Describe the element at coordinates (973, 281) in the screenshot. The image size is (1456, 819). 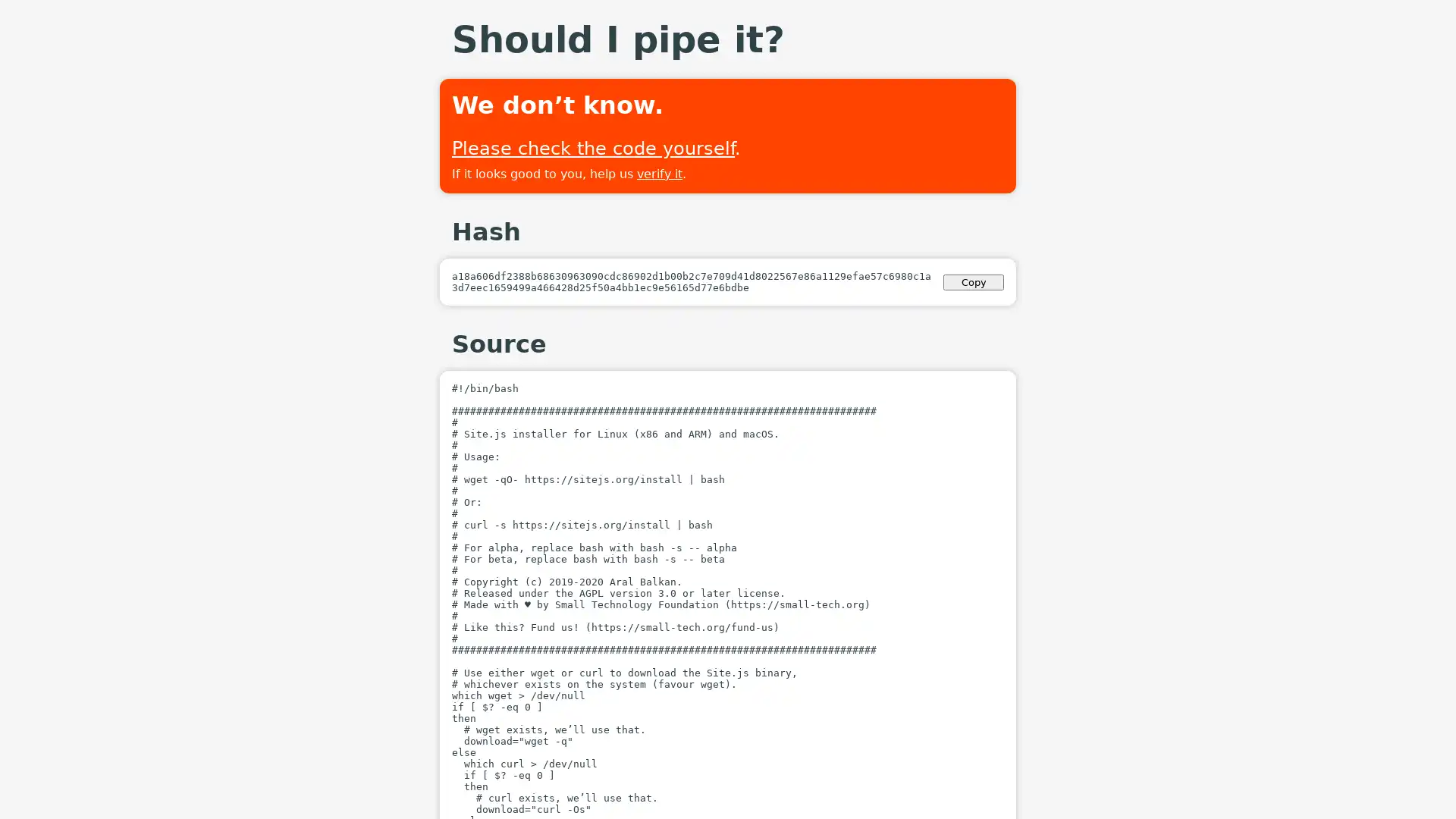
I see `Copy` at that location.